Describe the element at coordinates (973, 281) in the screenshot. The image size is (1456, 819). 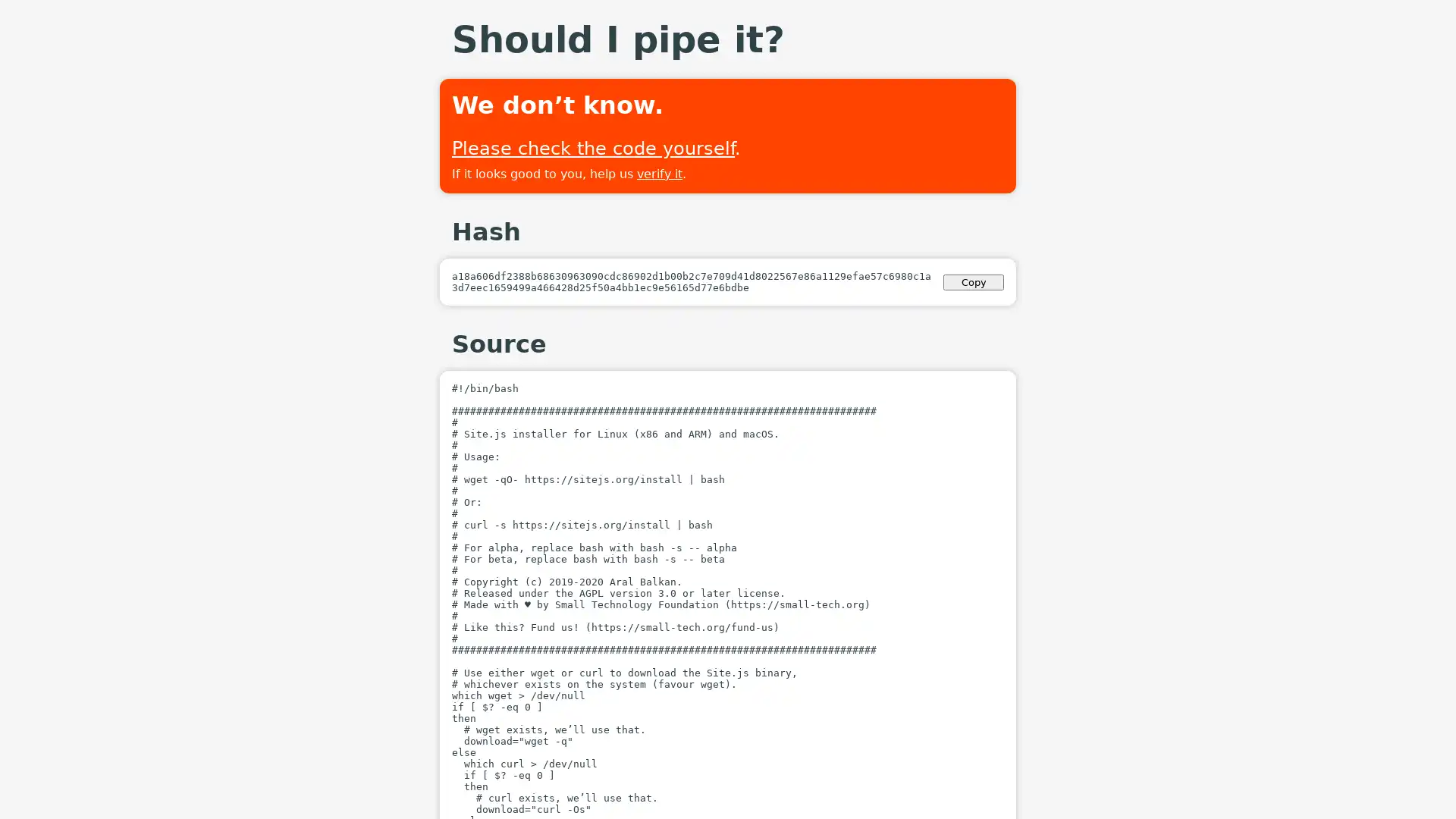
I see `Copy` at that location.